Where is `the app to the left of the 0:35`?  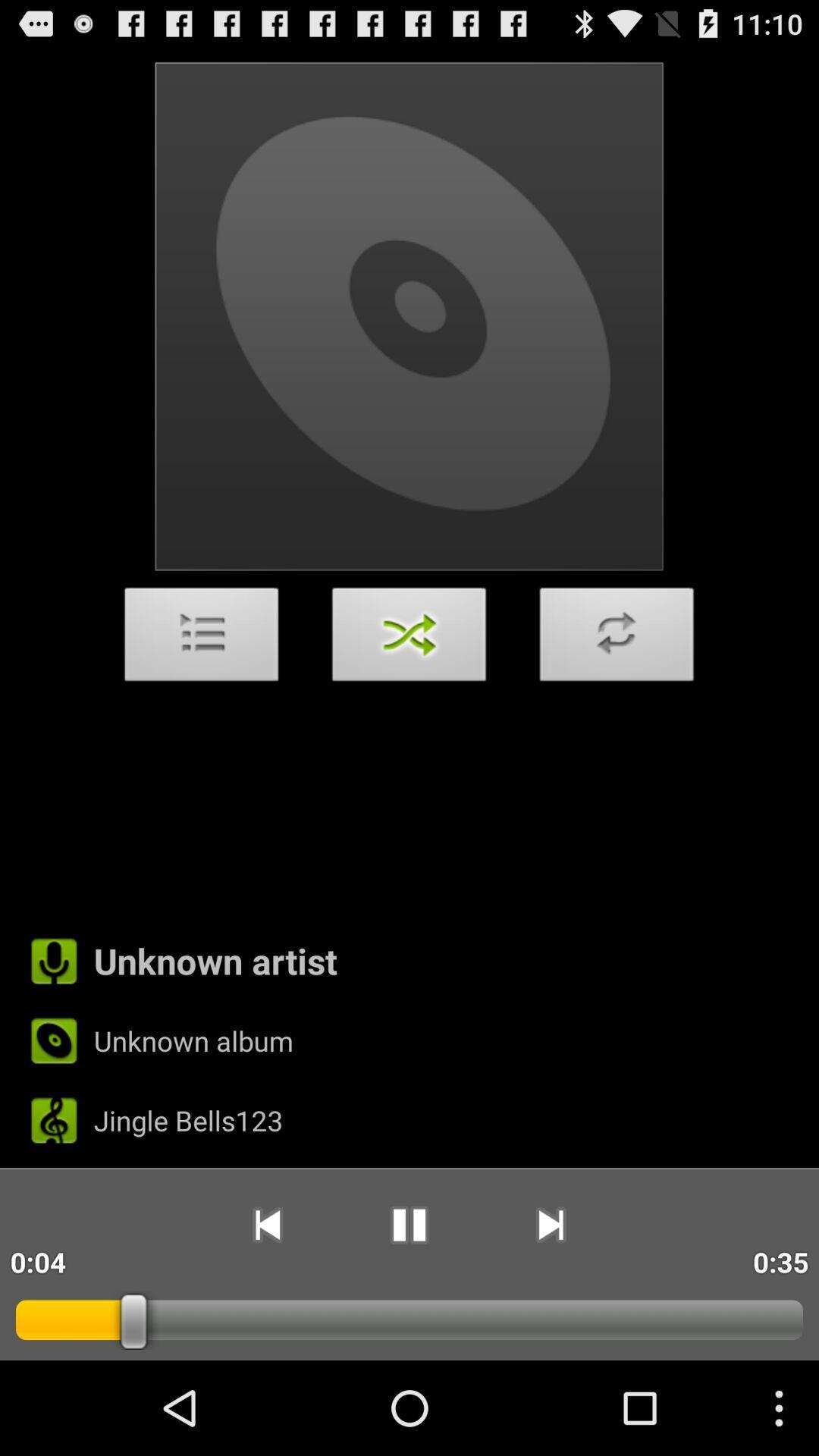
the app to the left of the 0:35 is located at coordinates (551, 1225).